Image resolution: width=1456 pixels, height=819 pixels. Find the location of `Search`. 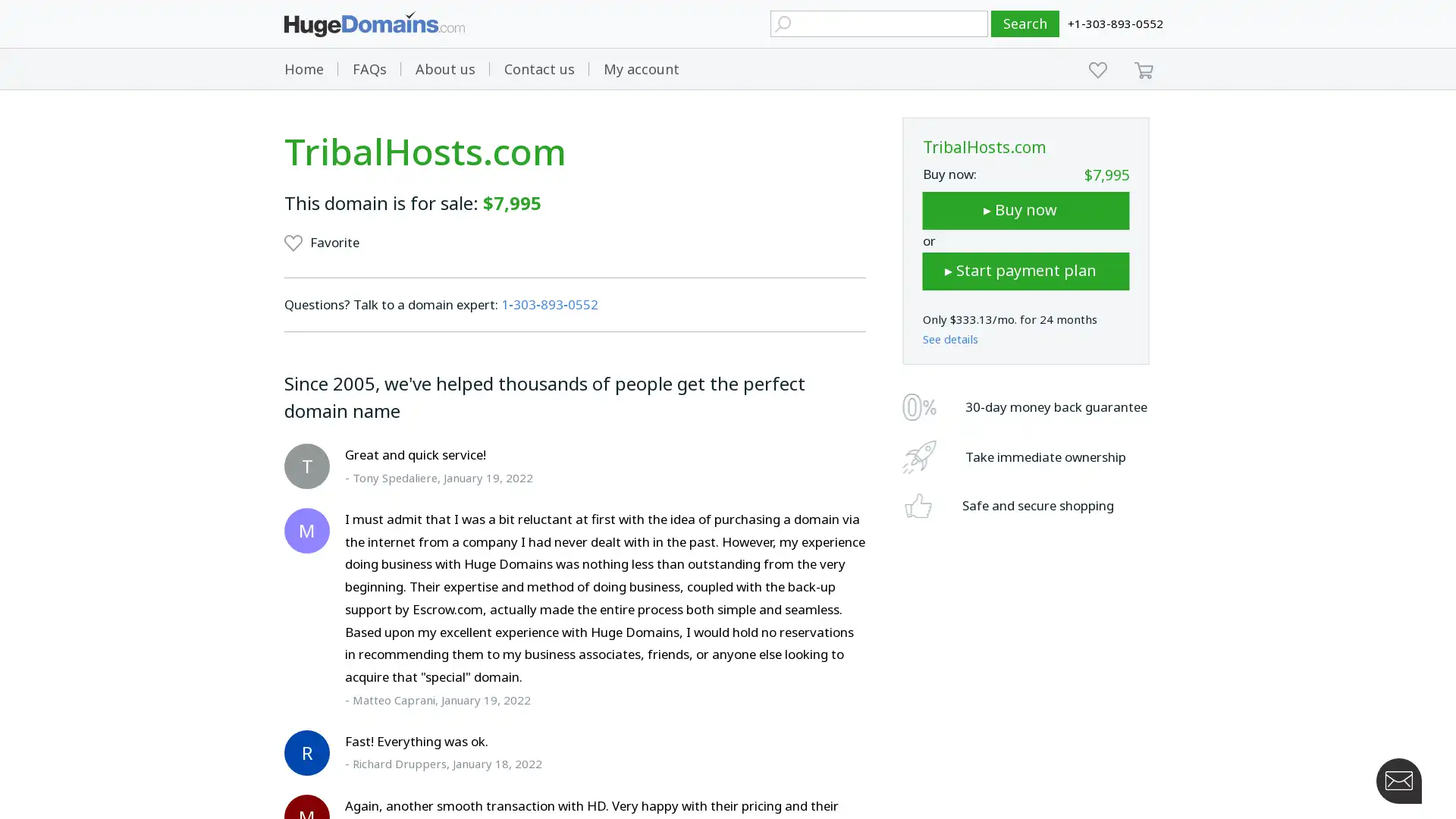

Search is located at coordinates (1025, 24).